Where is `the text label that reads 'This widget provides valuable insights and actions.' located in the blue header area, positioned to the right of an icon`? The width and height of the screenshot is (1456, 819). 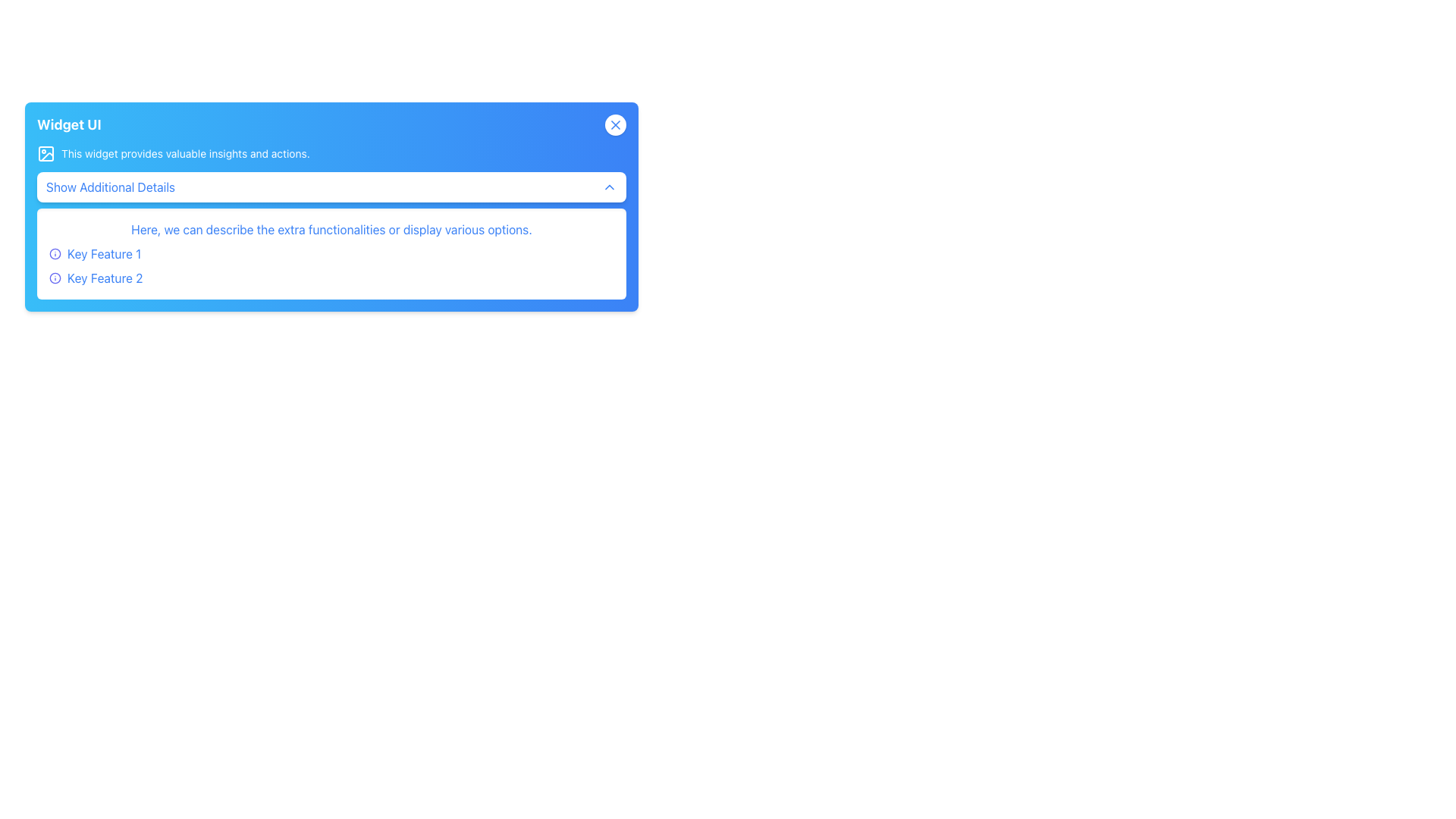
the text label that reads 'This widget provides valuable insights and actions.' located in the blue header area, positioned to the right of an icon is located at coordinates (184, 154).